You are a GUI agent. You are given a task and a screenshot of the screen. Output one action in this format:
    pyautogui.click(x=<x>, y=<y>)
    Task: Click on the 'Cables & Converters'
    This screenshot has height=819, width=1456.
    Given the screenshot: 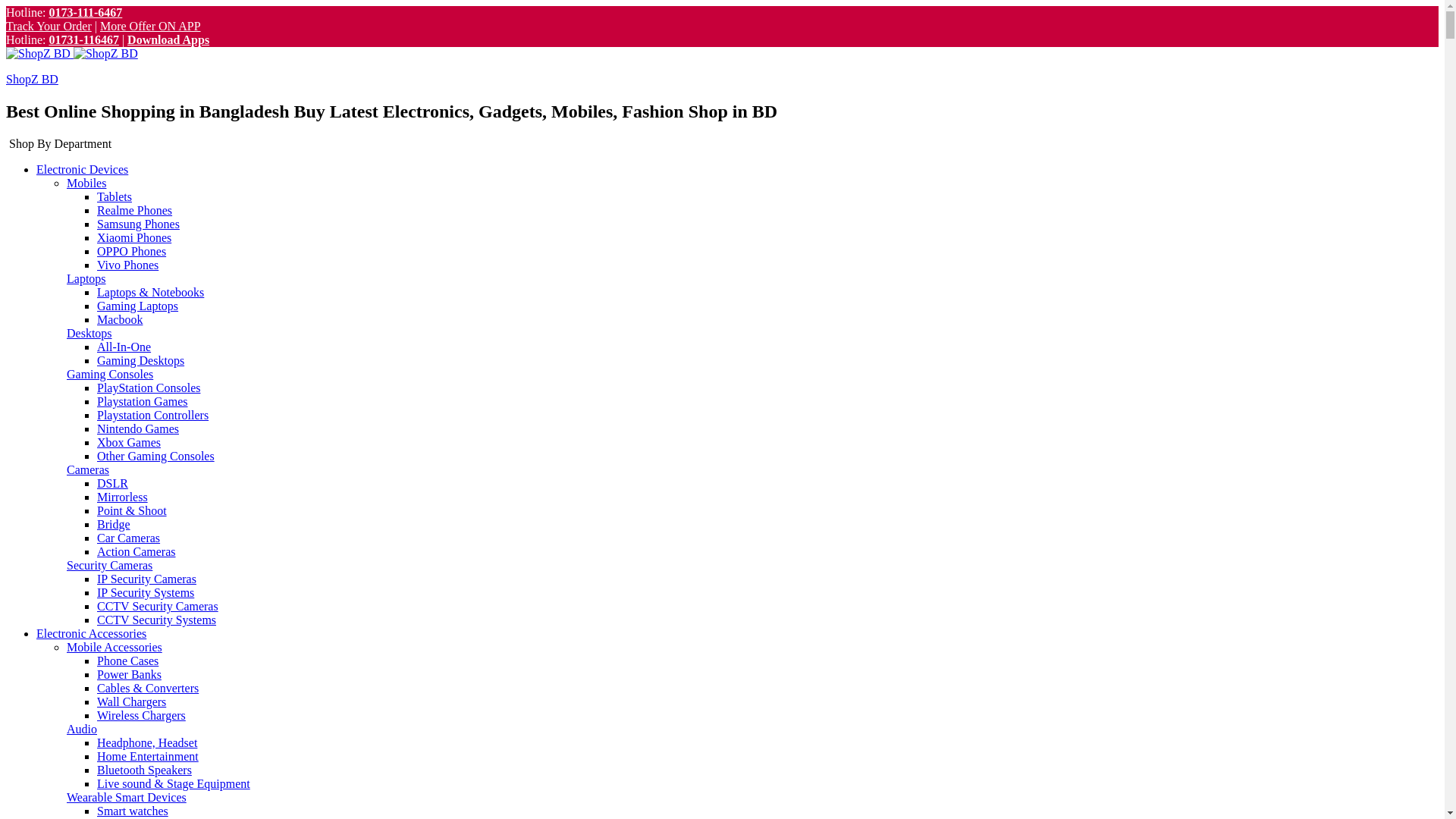 What is the action you would take?
    pyautogui.click(x=148, y=688)
    